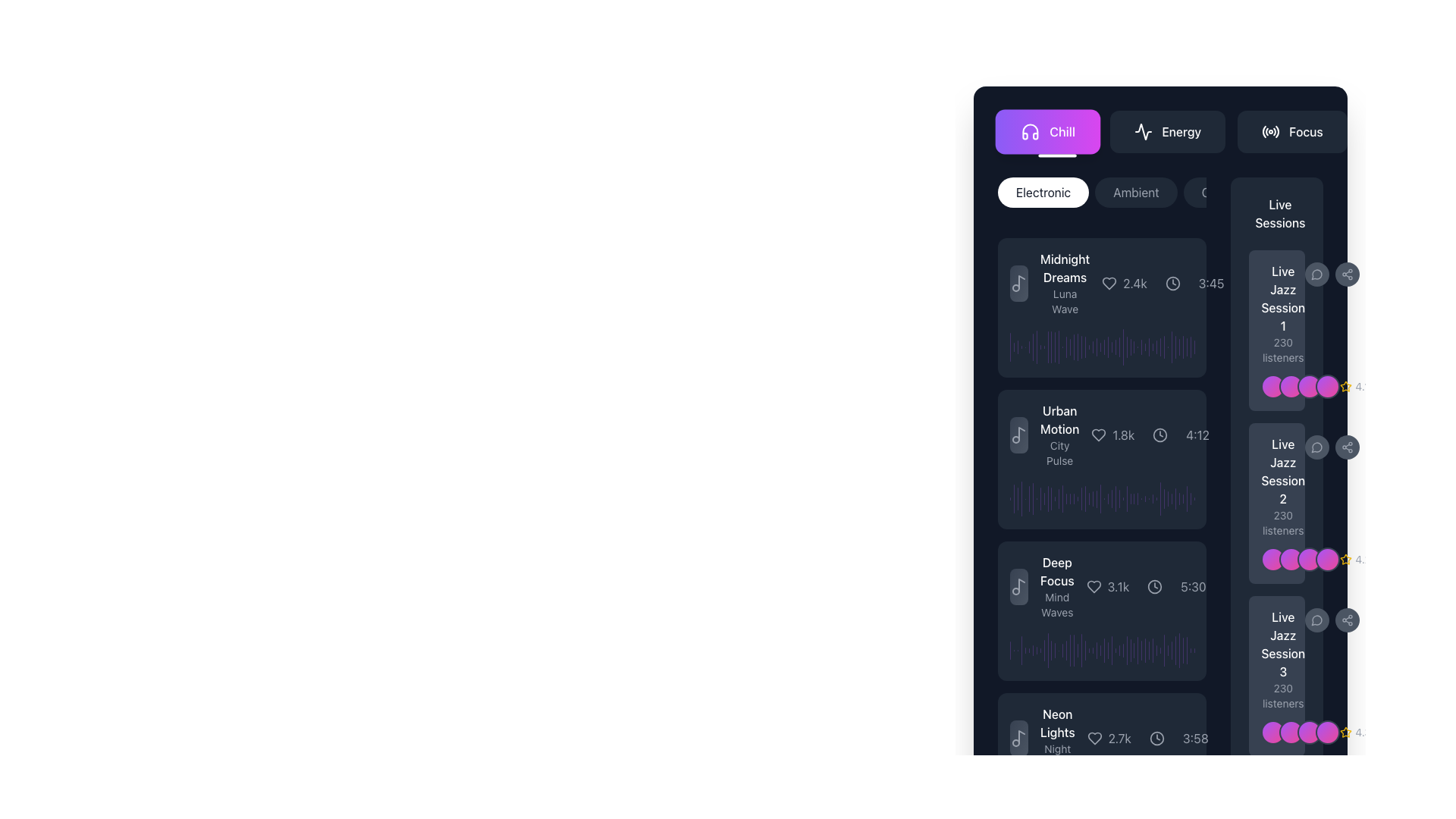 Image resolution: width=1456 pixels, height=819 pixels. Describe the element at coordinates (1019, 586) in the screenshot. I see `the minimalistic light gray music note icon located to the left of the 'Deep Focus' audio track information` at that location.